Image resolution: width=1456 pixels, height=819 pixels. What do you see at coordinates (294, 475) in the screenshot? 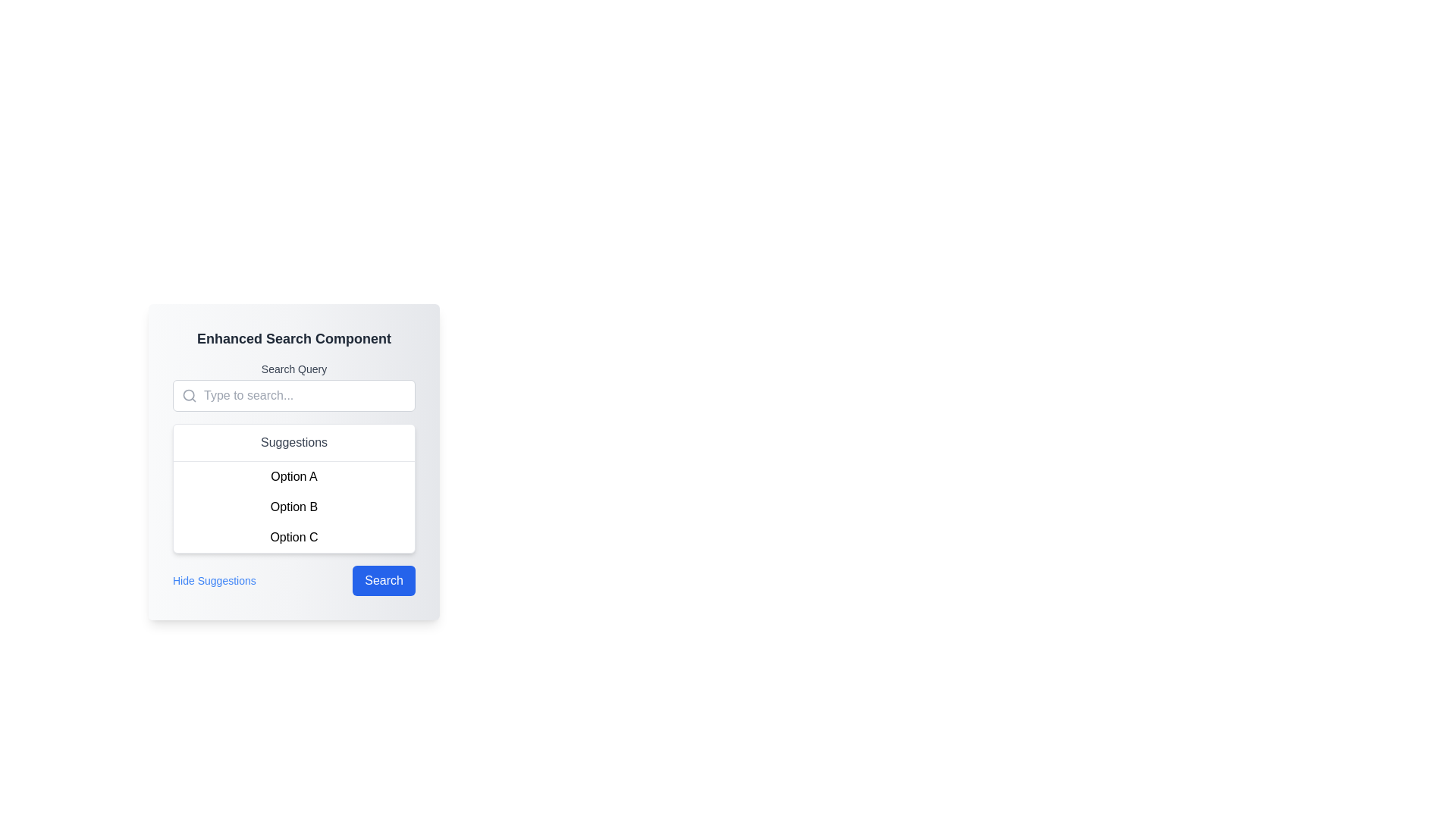
I see `the text label displaying 'Option A'` at bounding box center [294, 475].